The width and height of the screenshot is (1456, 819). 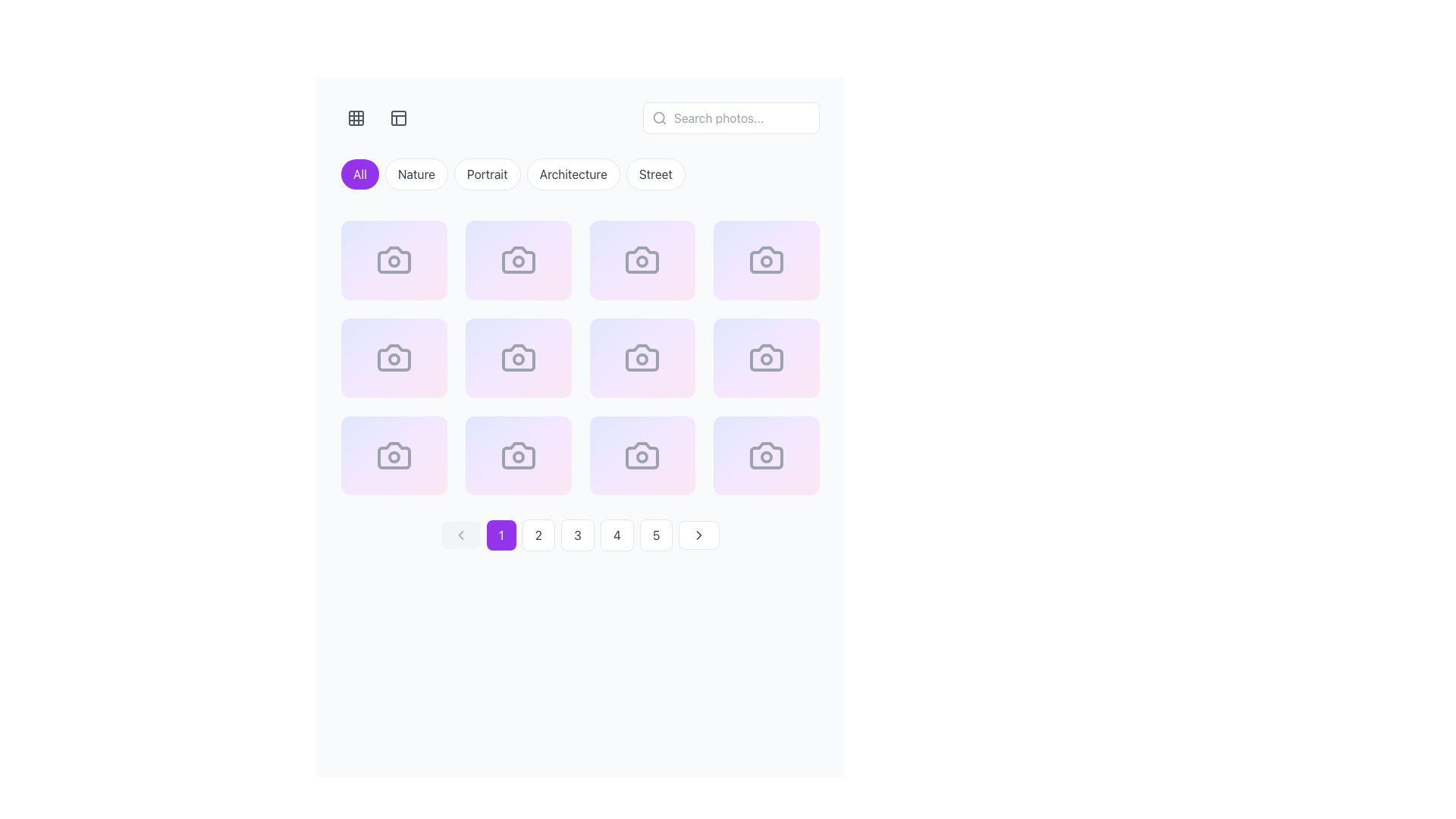 What do you see at coordinates (394, 455) in the screenshot?
I see `the third card in the third row of the gallery, which has a gradient background and a camera icon at its center` at bounding box center [394, 455].